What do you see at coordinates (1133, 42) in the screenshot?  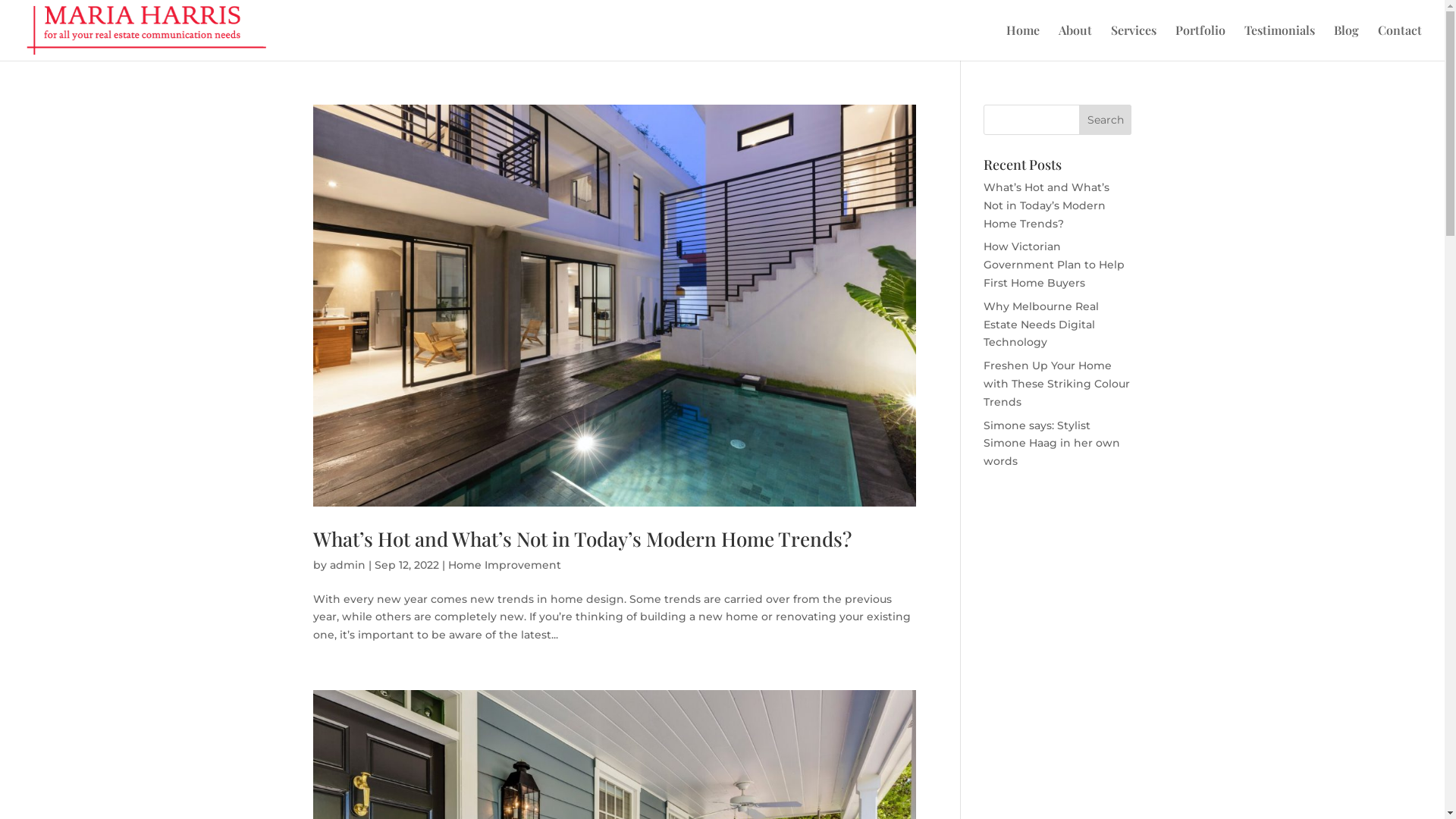 I see `'Services'` at bounding box center [1133, 42].